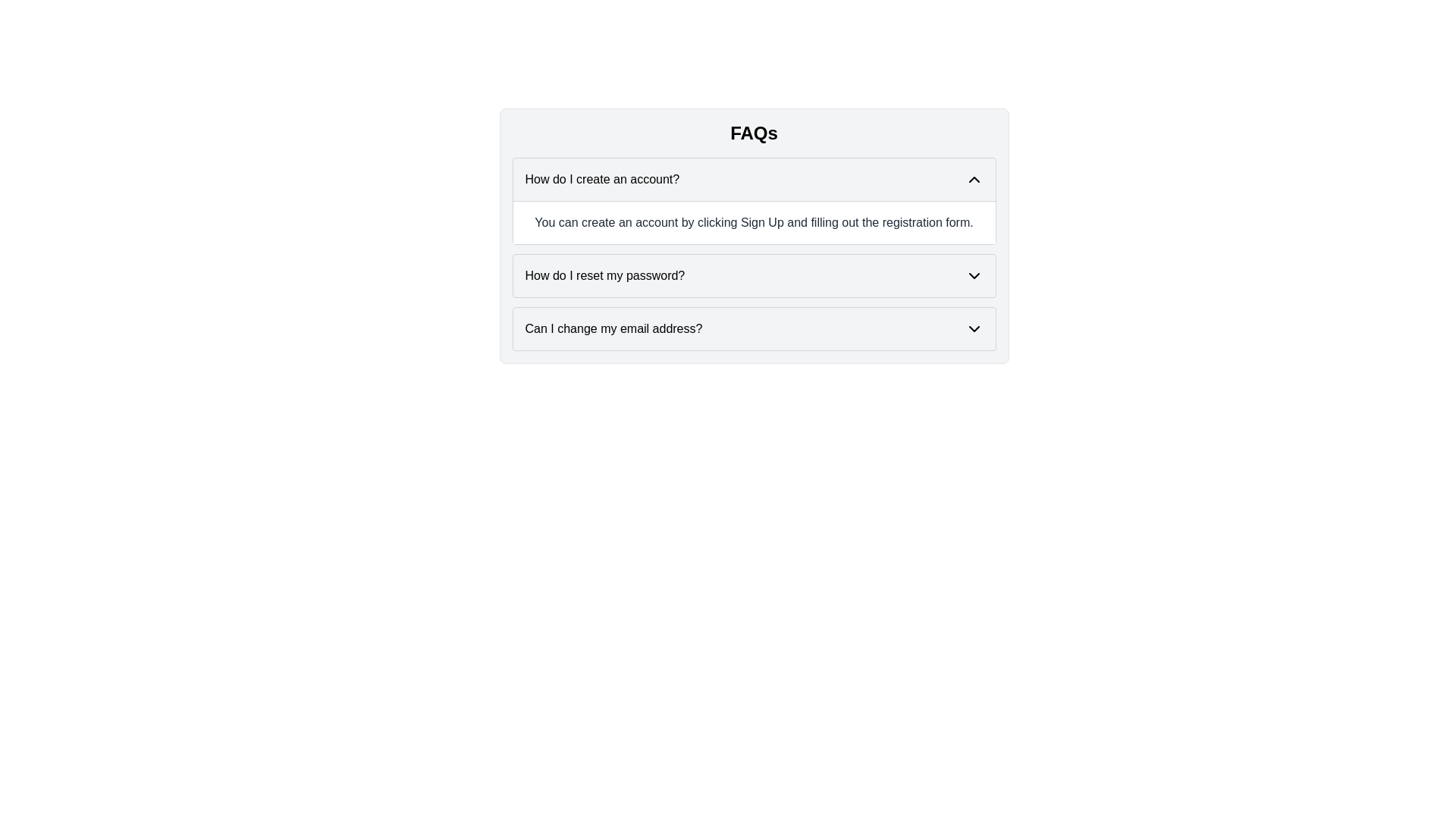 This screenshot has height=819, width=1456. What do you see at coordinates (974, 275) in the screenshot?
I see `the downward-pointing chevron icon at the right end of the FAQ item titled 'How do I reset my password?'` at bounding box center [974, 275].